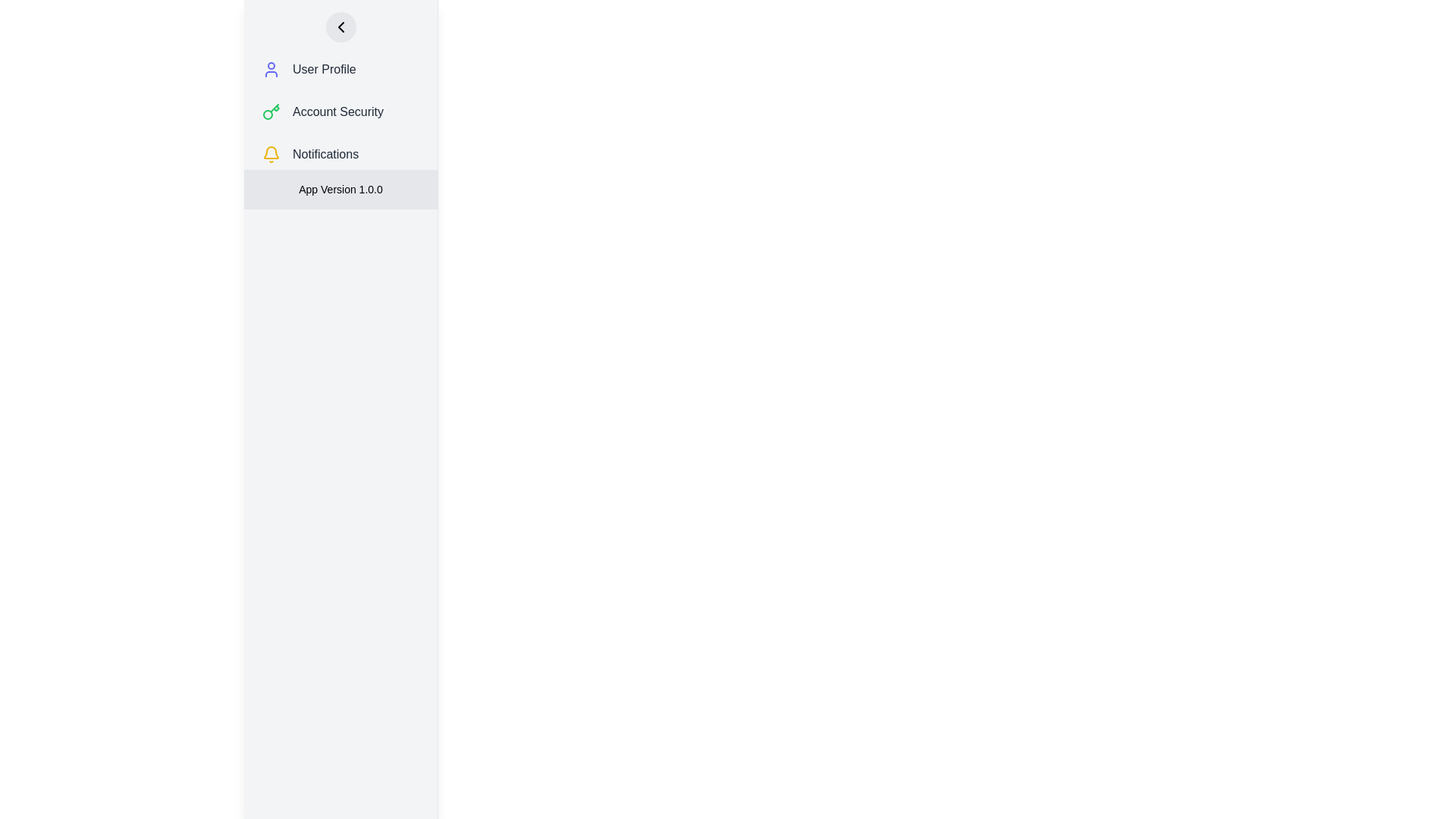 The image size is (1456, 819). I want to click on the 'Notifications' text label, which is styled with a medium font weight and dark gray color, located in the vertical navigation menu between 'Account Security' and 'App Version 1.0.0', so click(325, 155).